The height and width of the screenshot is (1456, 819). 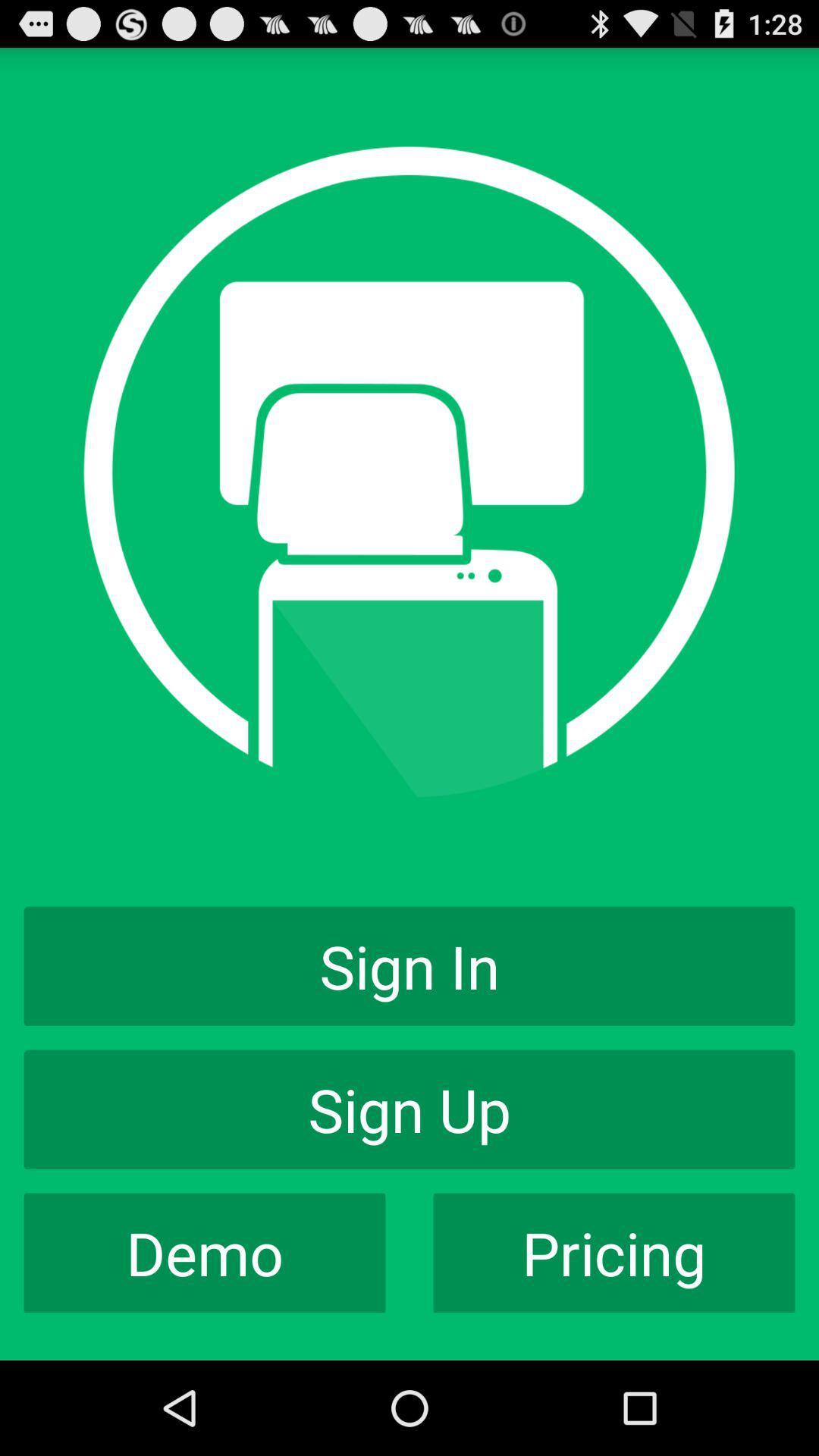 I want to click on the icon at the bottom, so click(x=409, y=1109).